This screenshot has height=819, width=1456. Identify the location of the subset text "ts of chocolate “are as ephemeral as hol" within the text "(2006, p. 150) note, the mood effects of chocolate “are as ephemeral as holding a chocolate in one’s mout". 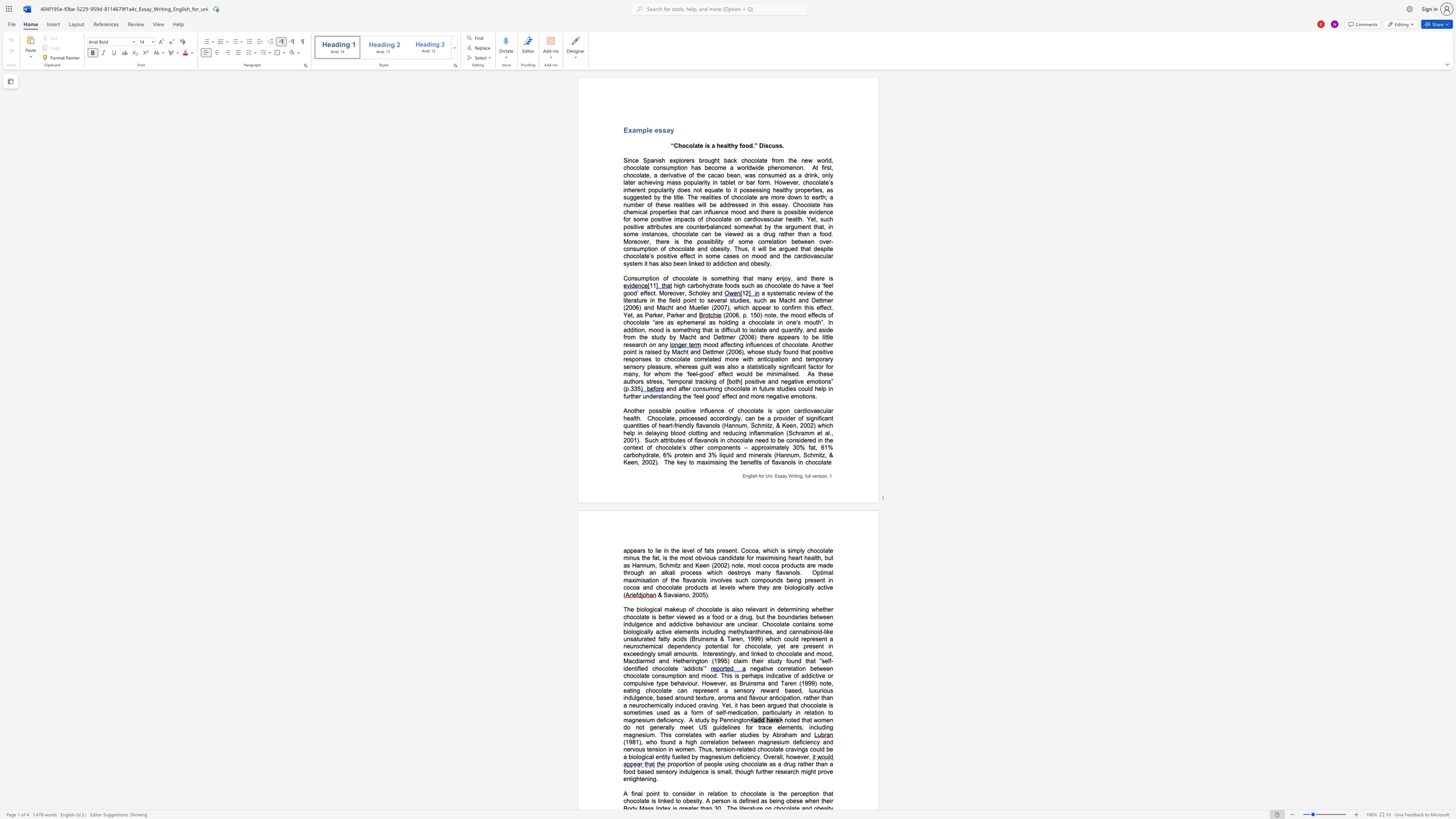
(821, 315).